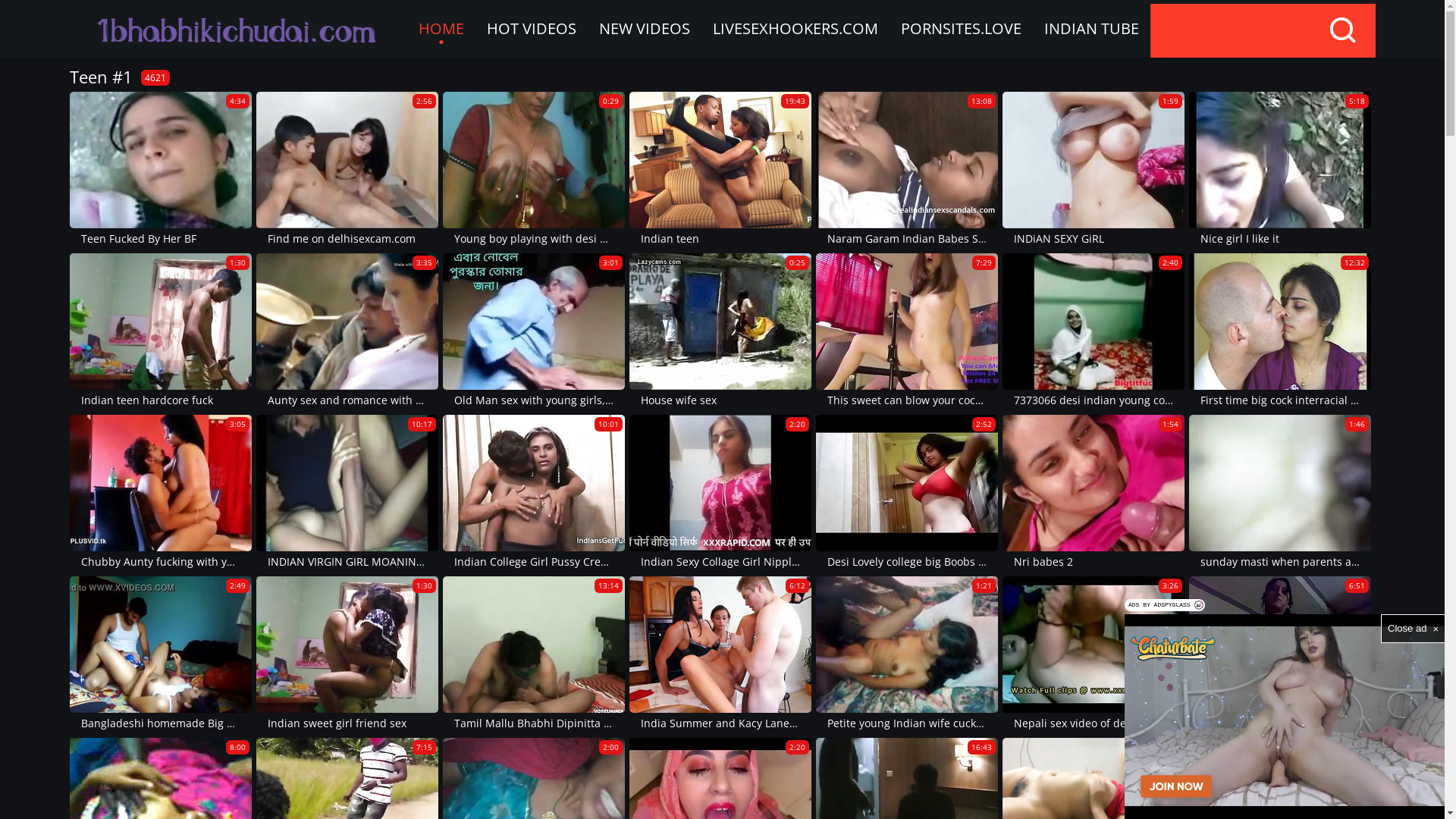 This screenshot has height=819, width=1456. Describe the element at coordinates (906, 170) in the screenshot. I see `'13:08` at that location.